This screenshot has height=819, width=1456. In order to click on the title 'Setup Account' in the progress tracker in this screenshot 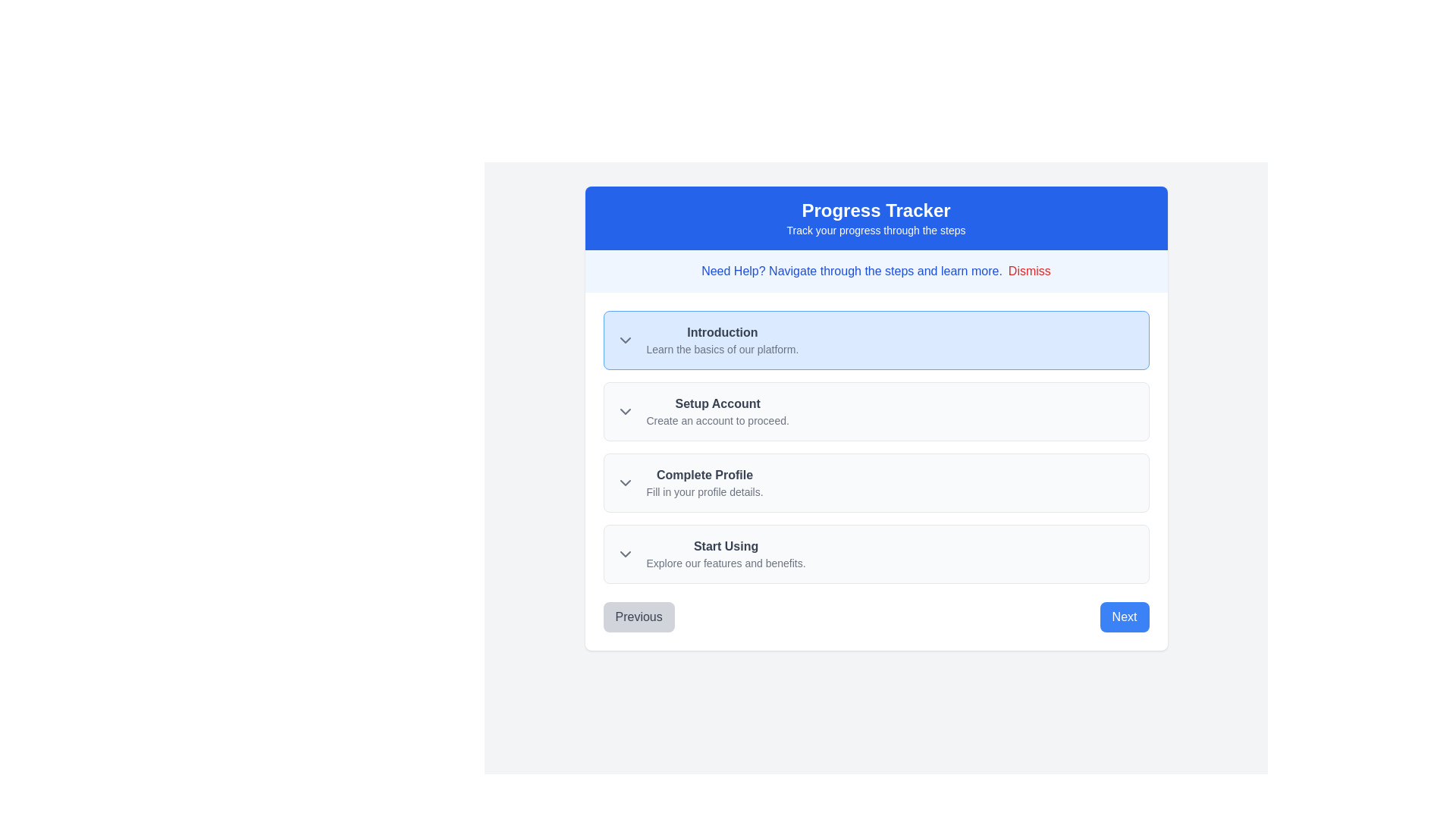, I will do `click(876, 412)`.